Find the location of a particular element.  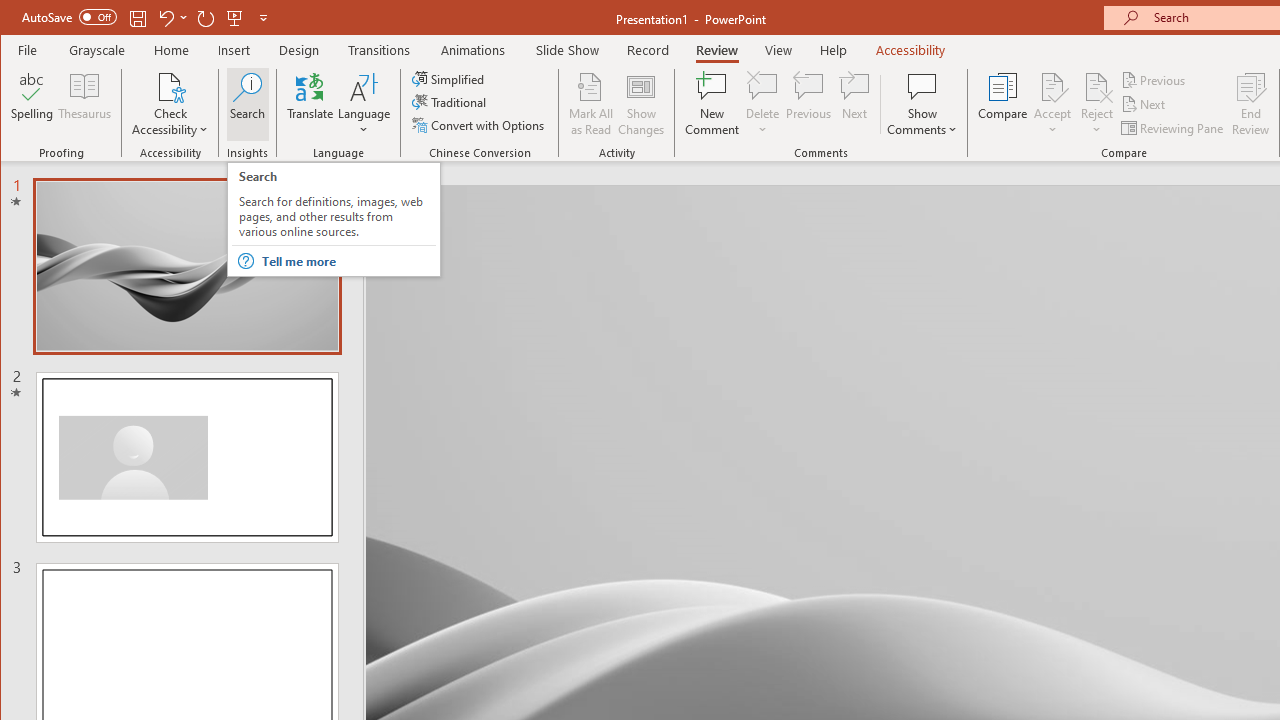

'Translate' is located at coordinates (309, 104).